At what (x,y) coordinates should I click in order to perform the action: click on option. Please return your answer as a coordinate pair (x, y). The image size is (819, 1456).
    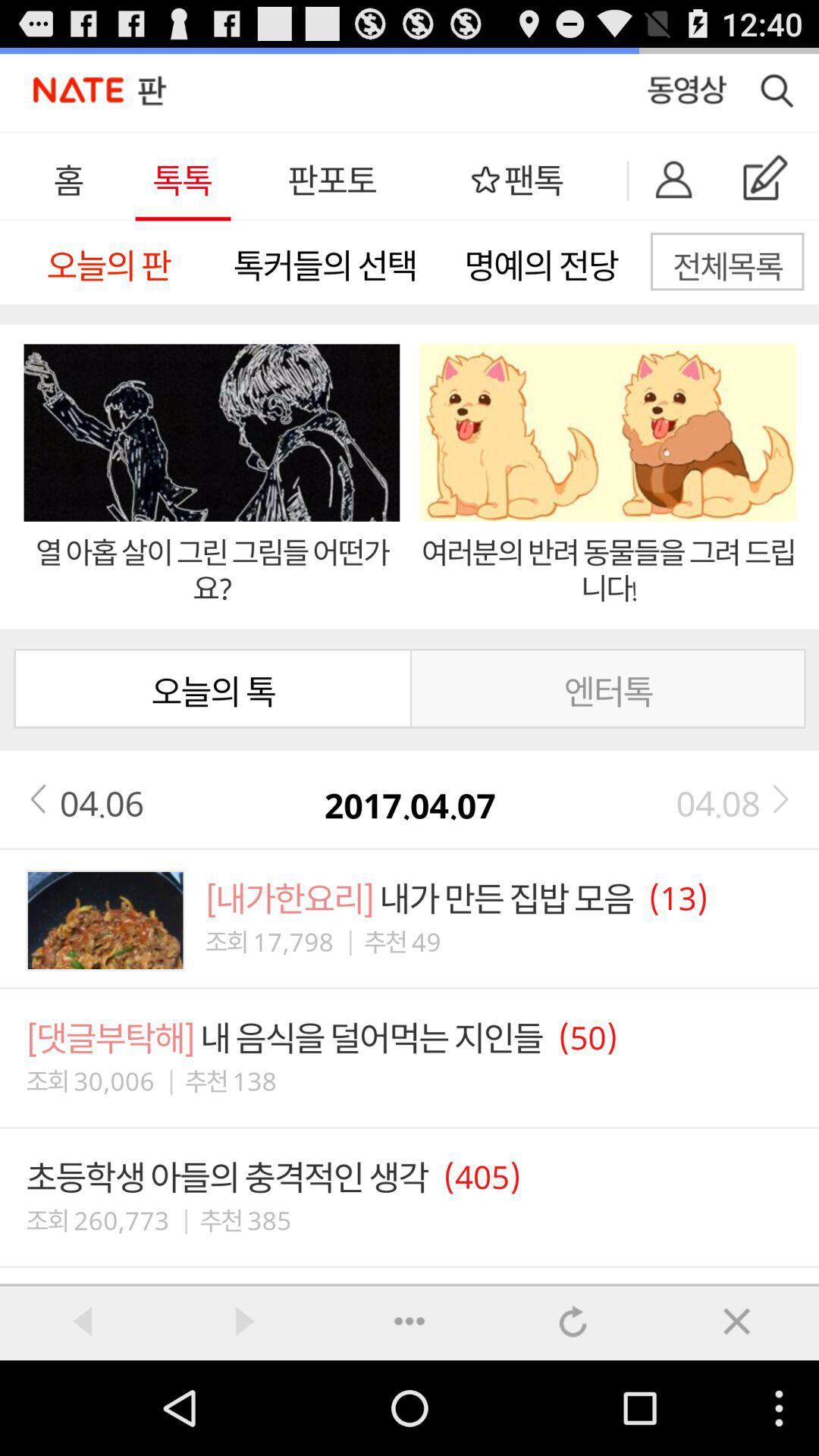
    Looking at the image, I should click on (409, 1319).